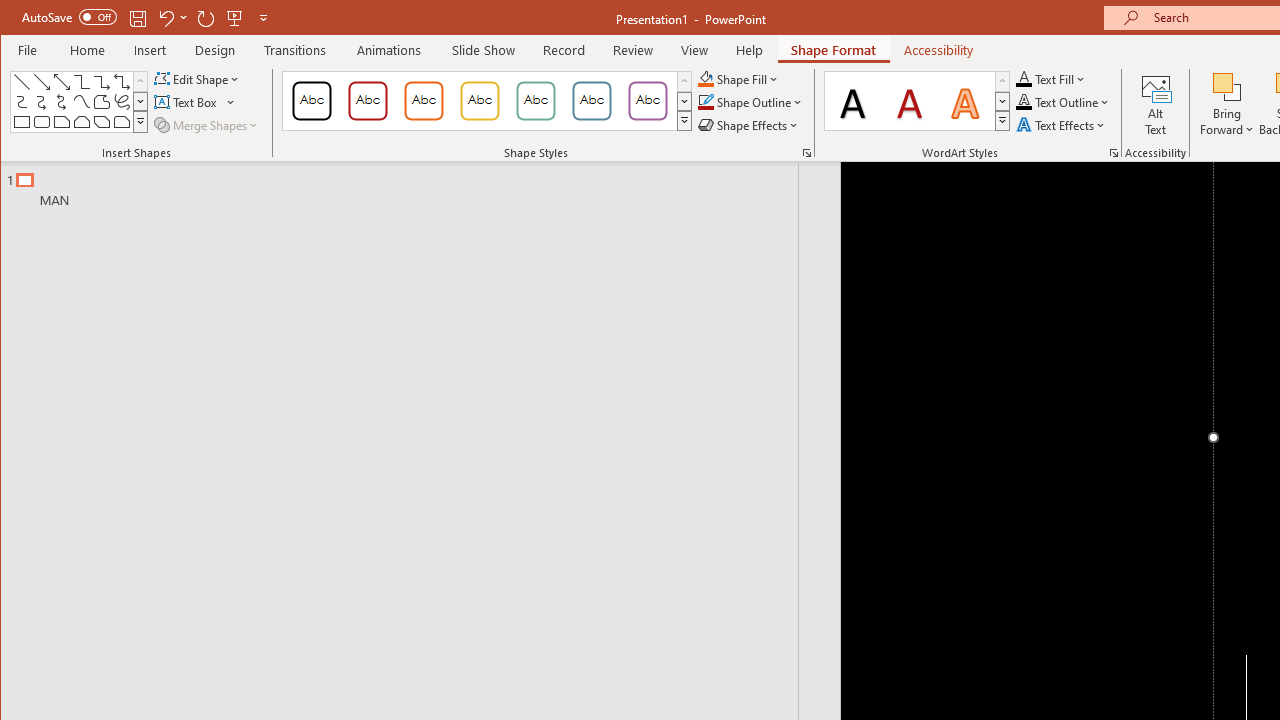 This screenshot has width=1280, height=720. I want to click on 'Format Text Effects...', so click(1113, 152).